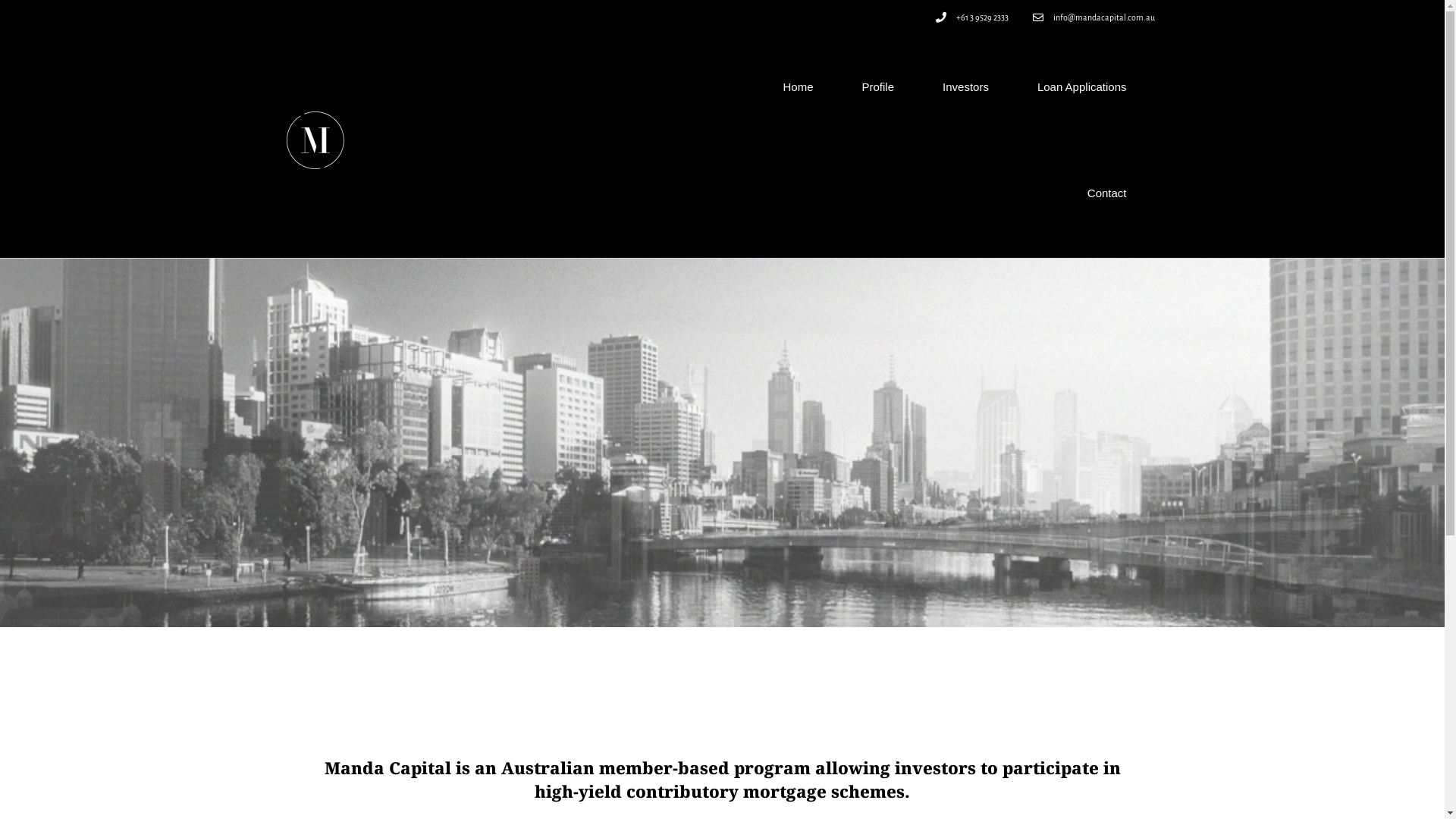 The width and height of the screenshot is (1456, 819). What do you see at coordinates (965, 87) in the screenshot?
I see `'Investors'` at bounding box center [965, 87].